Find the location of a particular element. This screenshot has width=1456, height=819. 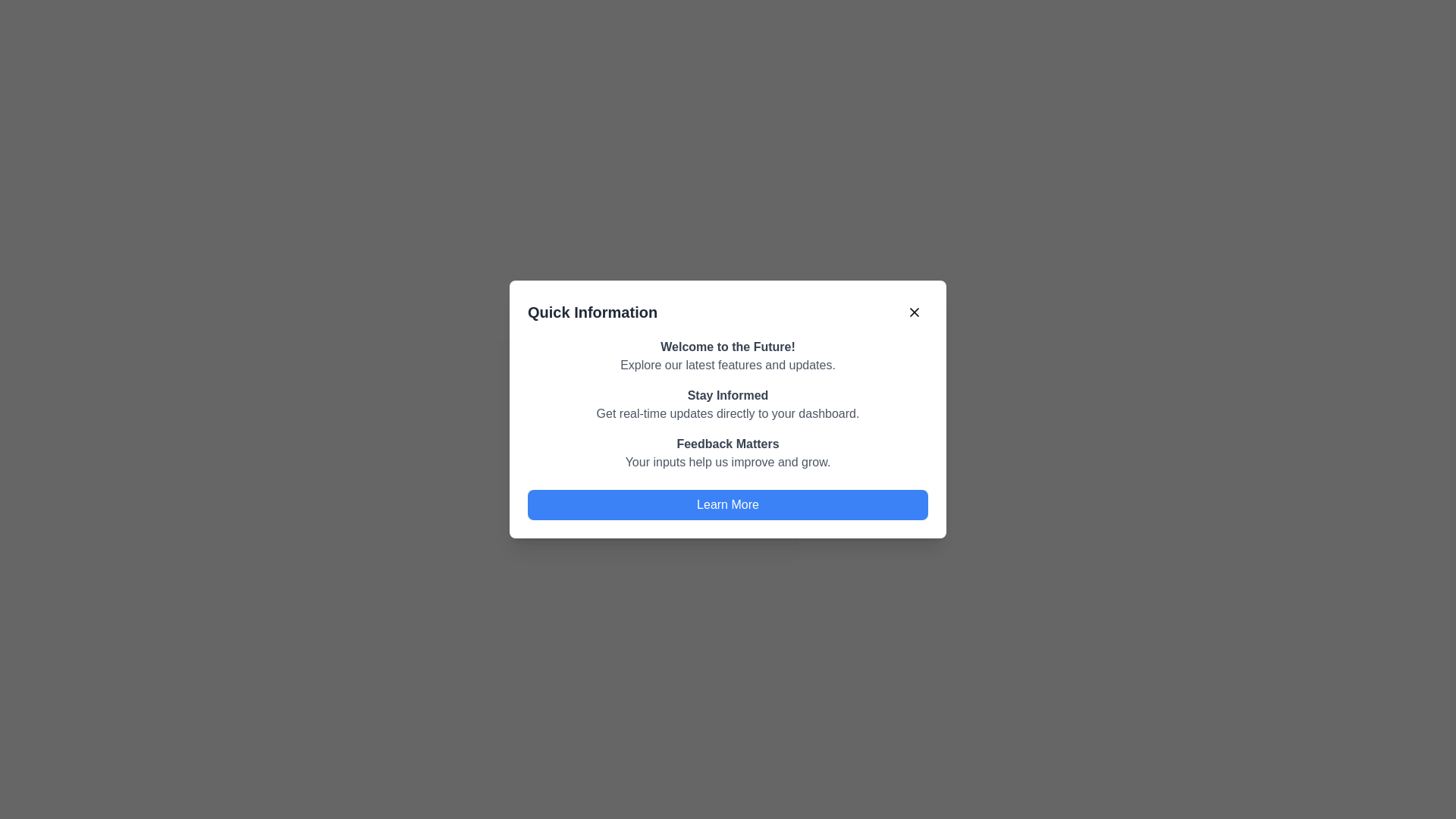

the Close icon (SVG element with a cross) located at the top right corner of the modal window is located at coordinates (913, 312).